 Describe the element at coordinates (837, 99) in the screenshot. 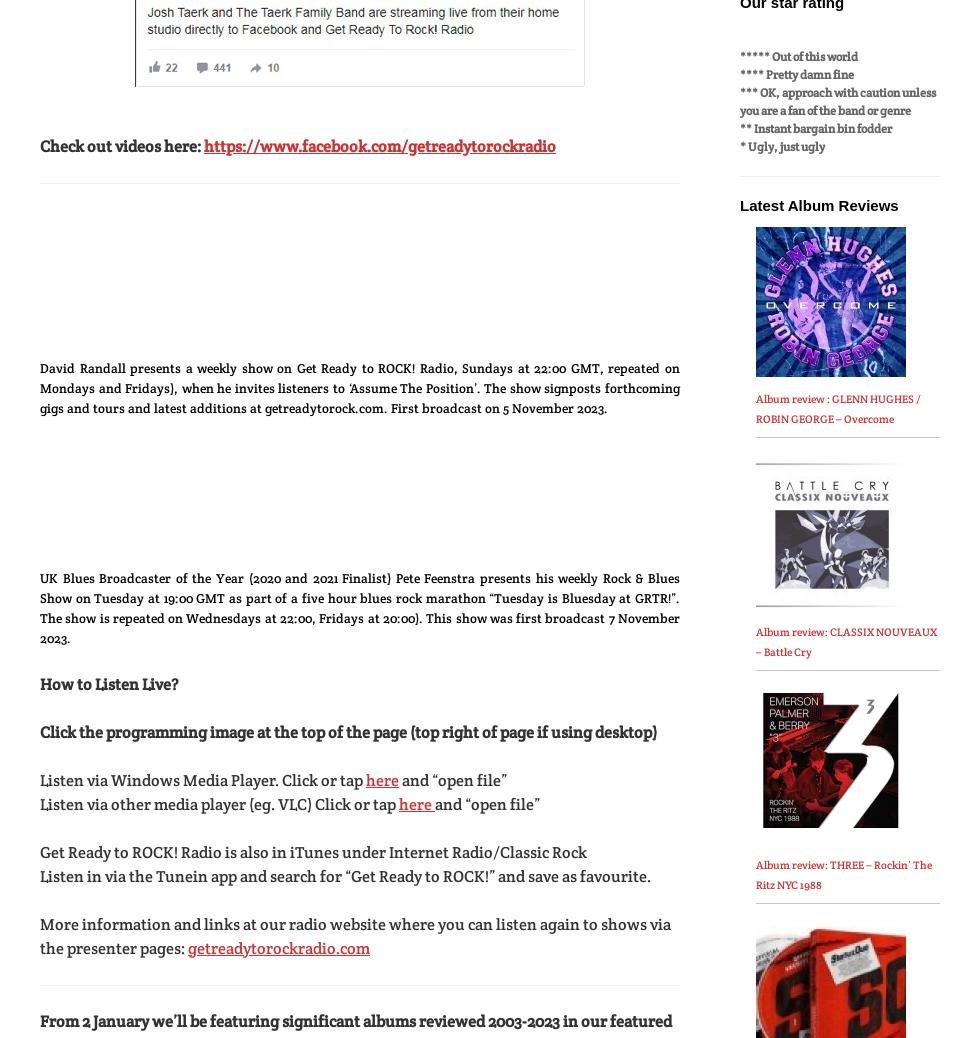

I see `'*** OK, approach with caution unless you are a fan of the band or genre'` at that location.